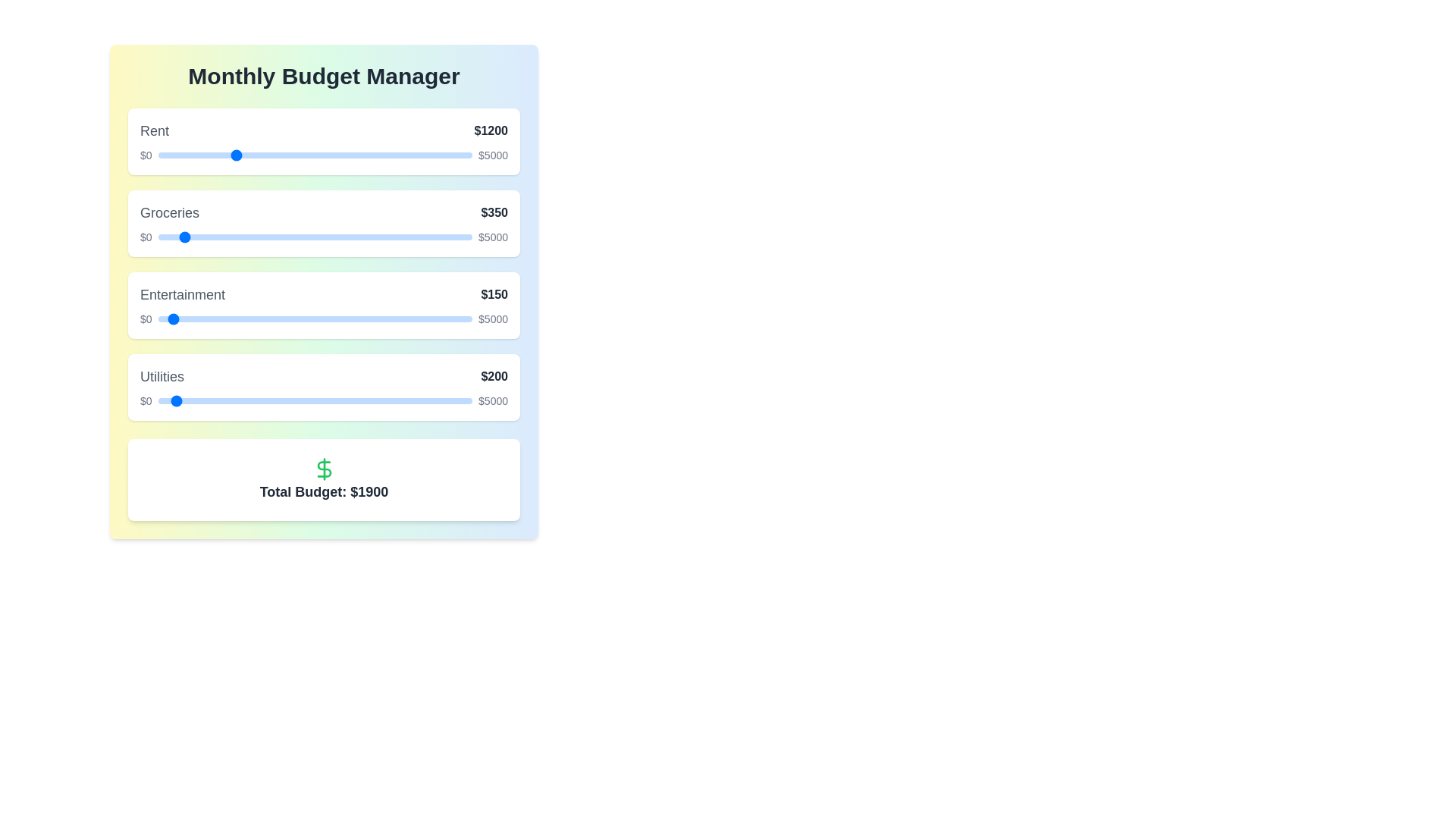 The image size is (1456, 819). Describe the element at coordinates (491, 130) in the screenshot. I see `the text label displaying '$1200', which is the monetary value for the 'Rent' category in the Monthly Budget Manager interface` at that location.